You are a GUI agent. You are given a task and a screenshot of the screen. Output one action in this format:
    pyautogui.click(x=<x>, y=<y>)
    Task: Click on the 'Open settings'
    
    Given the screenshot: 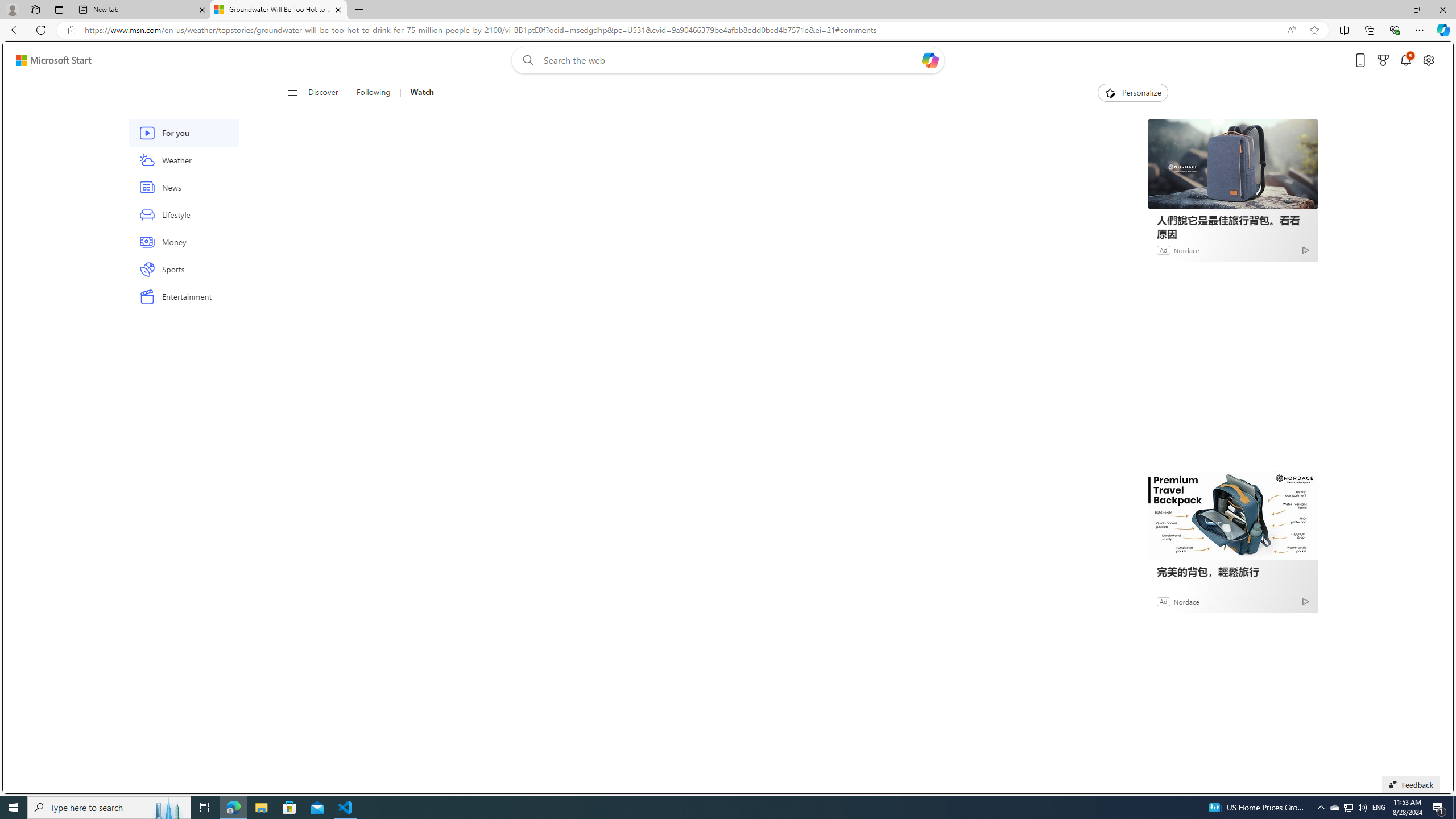 What is the action you would take?
    pyautogui.click(x=1428, y=60)
    